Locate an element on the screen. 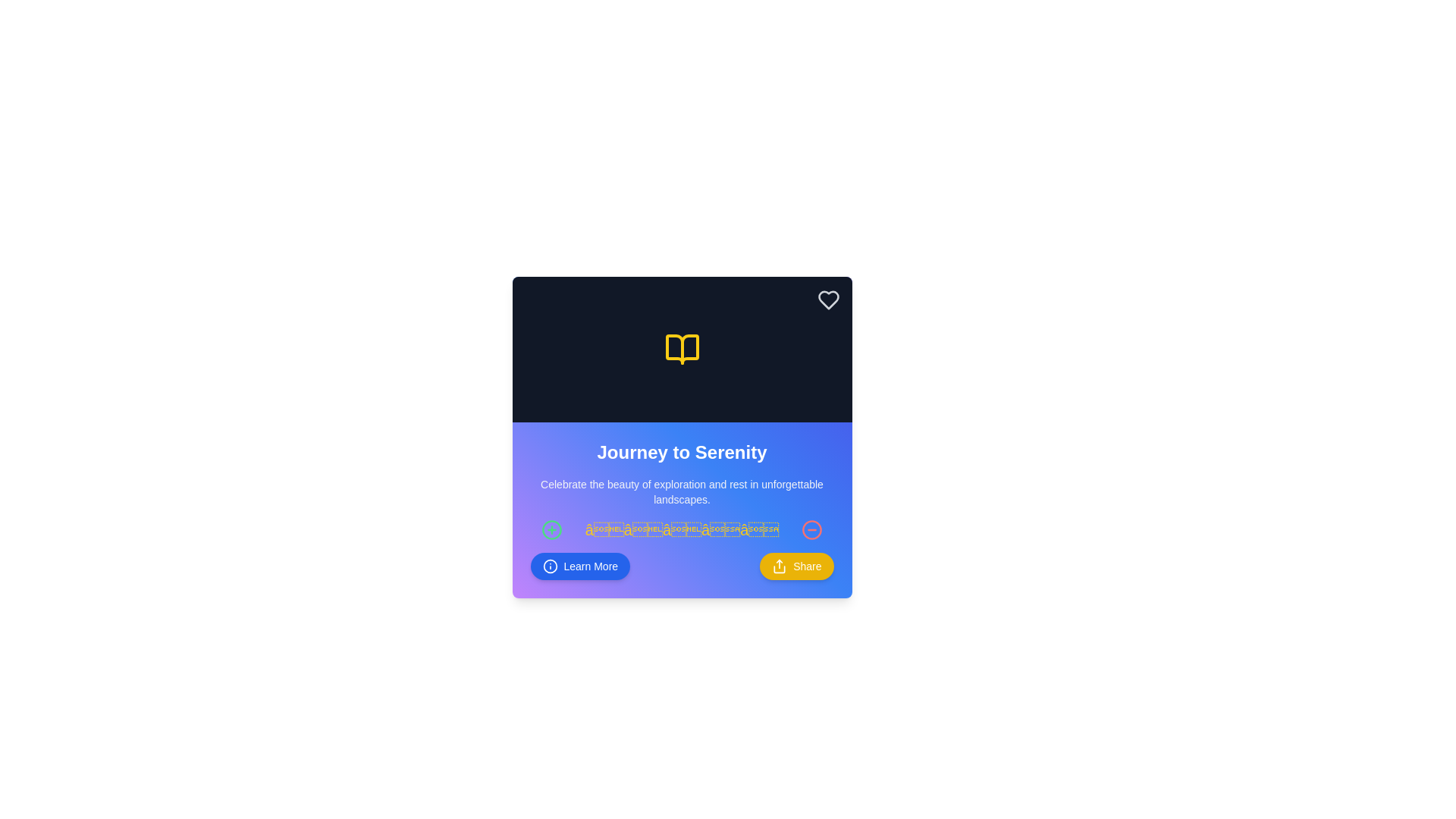 This screenshot has width=1456, height=819. the circular red icon component with a horizontal line across its diameter, located in the lower-right corner of the card interface is located at coordinates (811, 529).